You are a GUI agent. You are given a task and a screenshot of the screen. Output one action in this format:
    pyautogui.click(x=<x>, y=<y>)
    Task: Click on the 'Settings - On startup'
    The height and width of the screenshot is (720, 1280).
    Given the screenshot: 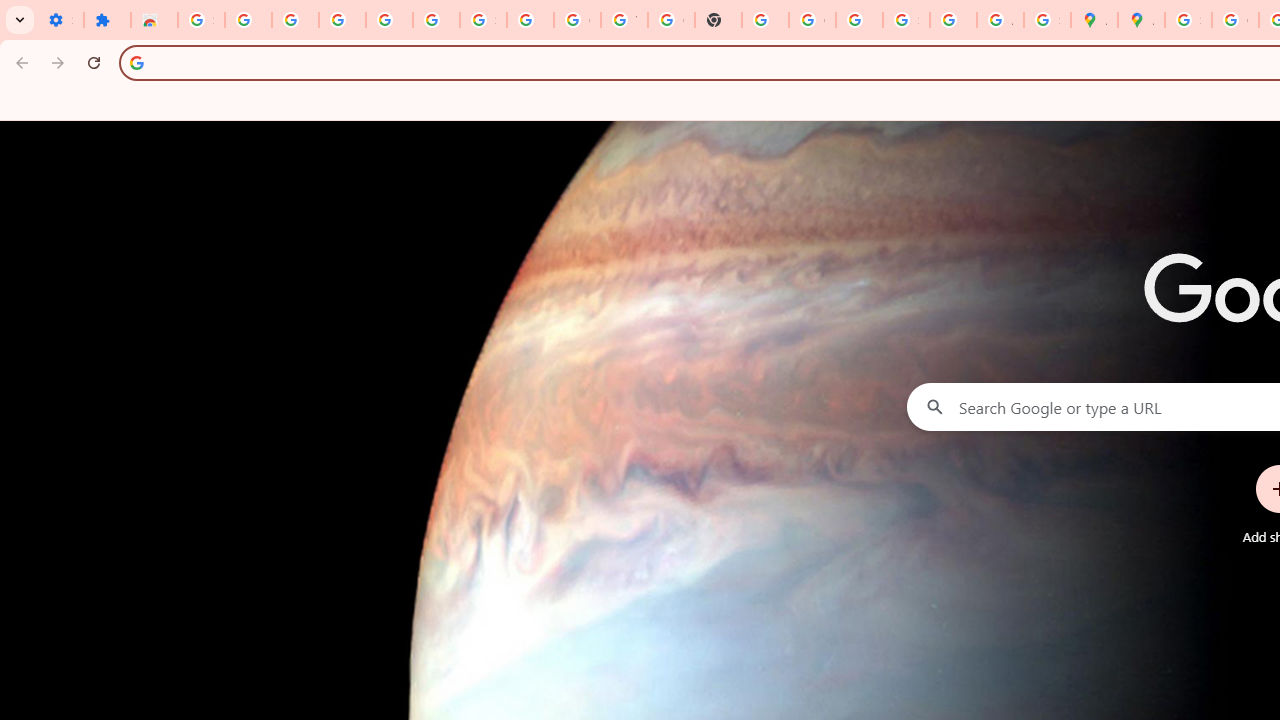 What is the action you would take?
    pyautogui.click(x=60, y=20)
    